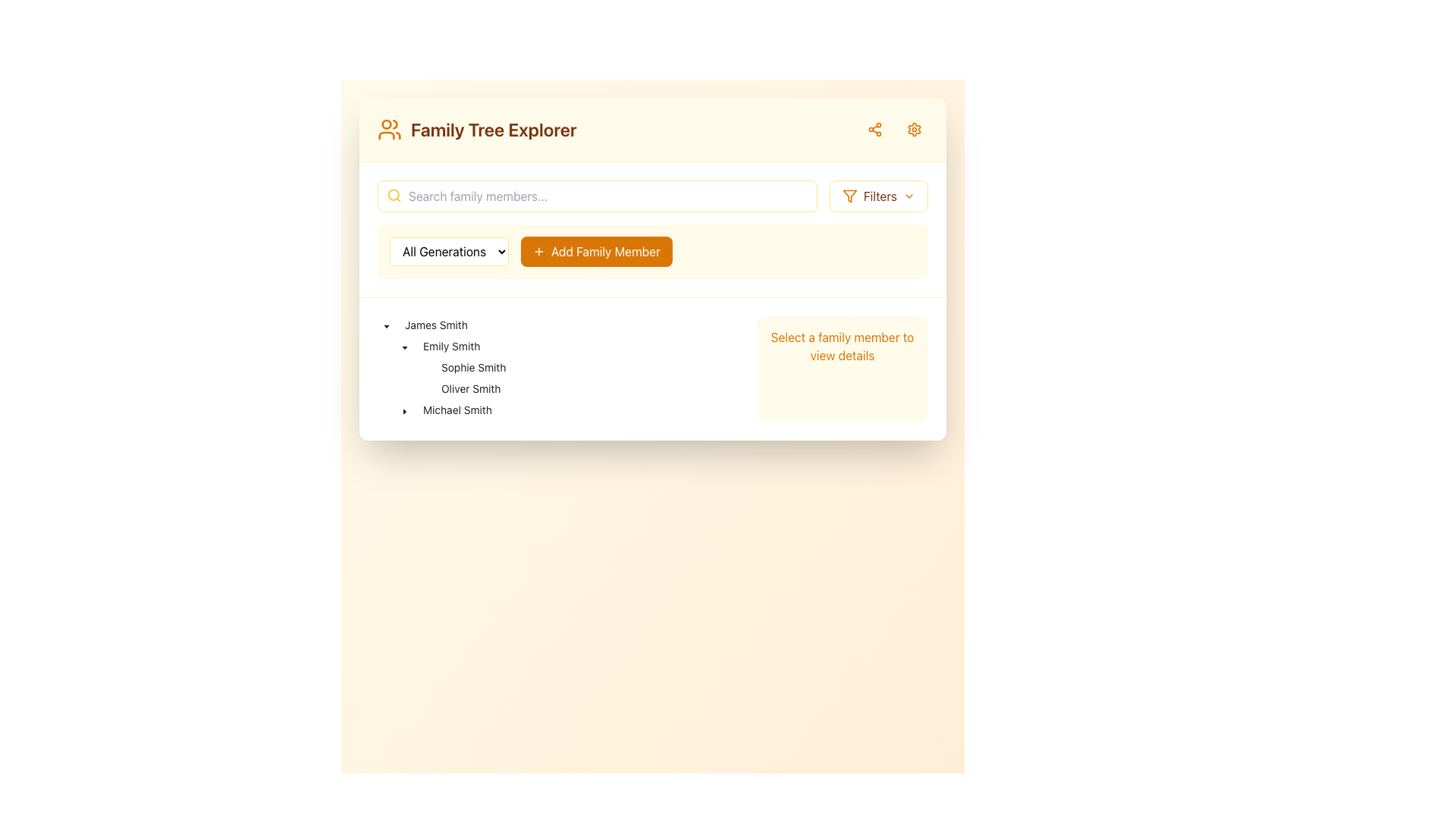 Image resolution: width=1456 pixels, height=819 pixels. What do you see at coordinates (394, 195) in the screenshot?
I see `the amber search icon shaped like a magnifying glass, located to the left of the search input box in the yellow-tinted header section` at bounding box center [394, 195].